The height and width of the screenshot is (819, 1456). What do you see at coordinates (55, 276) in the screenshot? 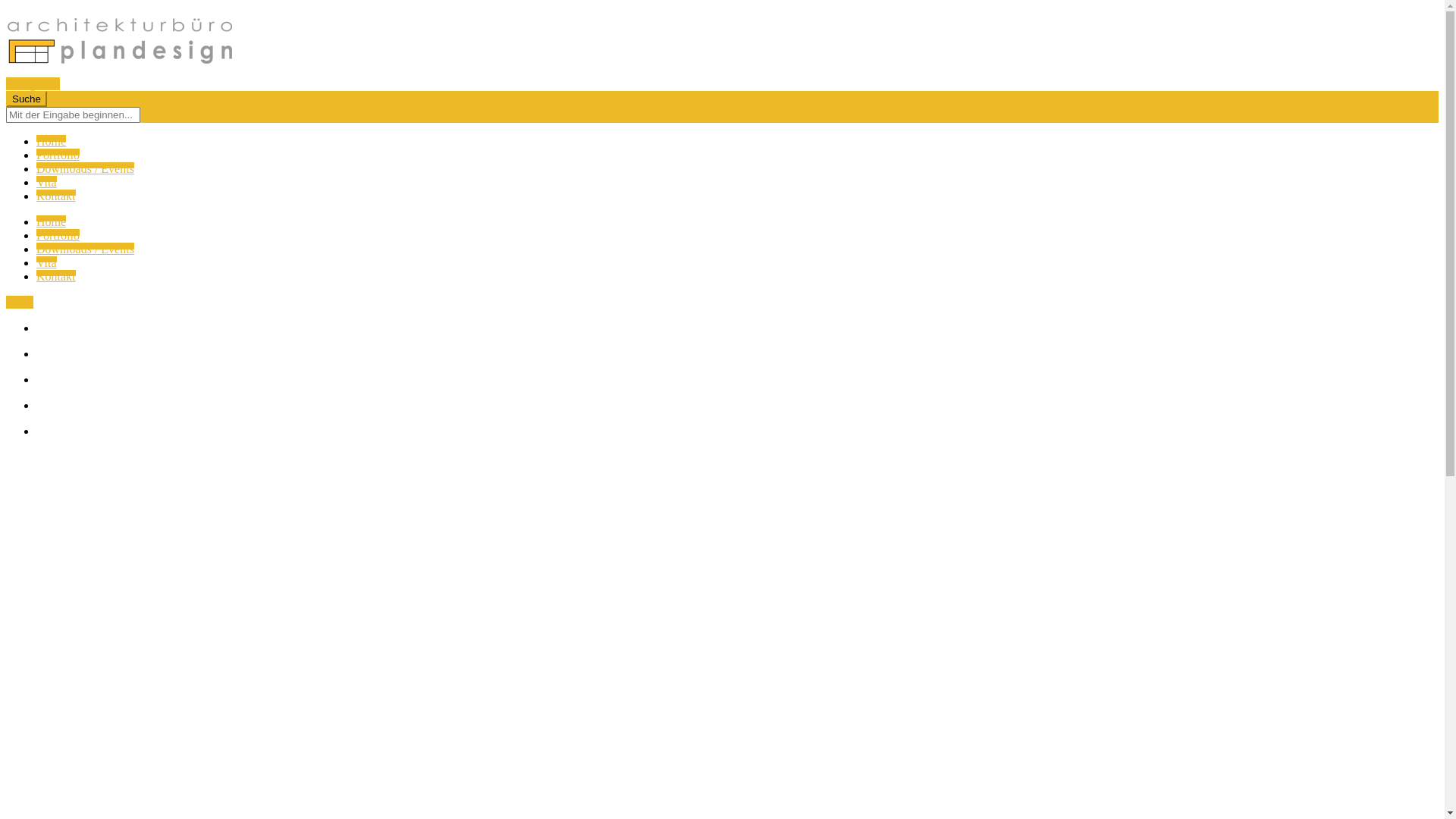
I see `'Kontakt'` at bounding box center [55, 276].